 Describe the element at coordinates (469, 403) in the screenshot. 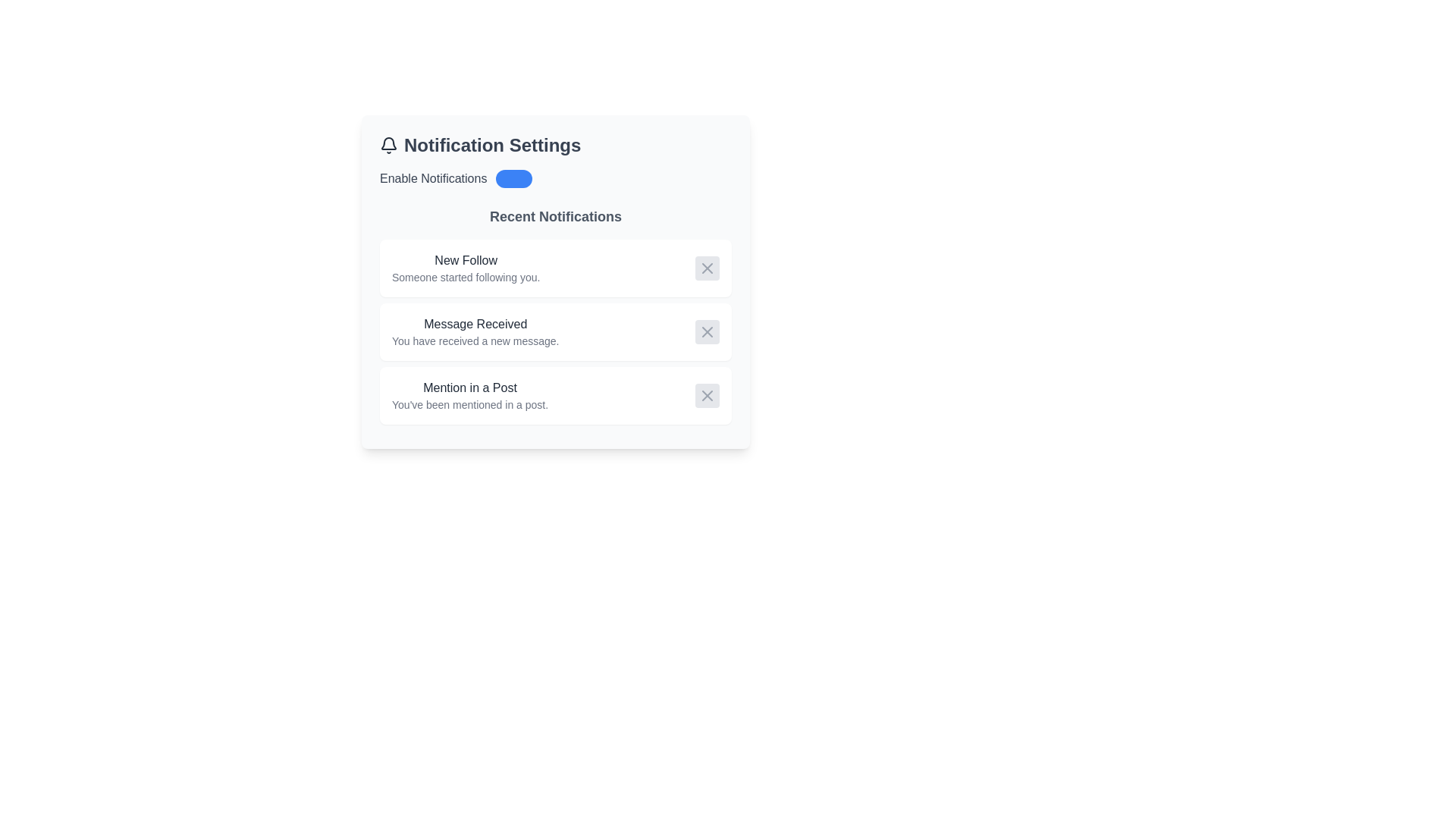

I see `the static text element styled as a secondary descriptor located within the 'Recent Notifications' section, which provides additional context for the 'Mention in a Post' notification` at that location.